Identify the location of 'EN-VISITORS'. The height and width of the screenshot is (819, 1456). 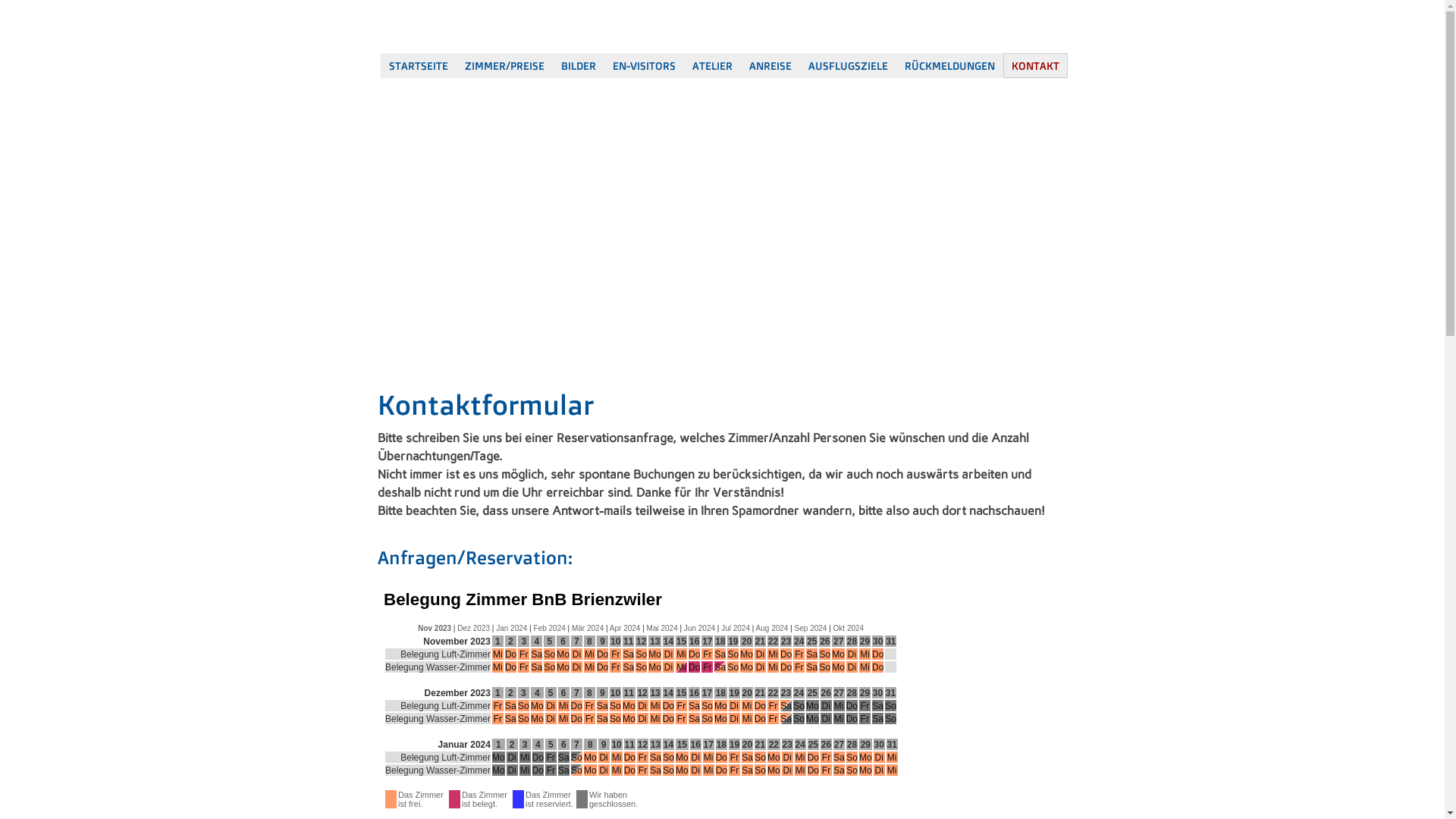
(603, 64).